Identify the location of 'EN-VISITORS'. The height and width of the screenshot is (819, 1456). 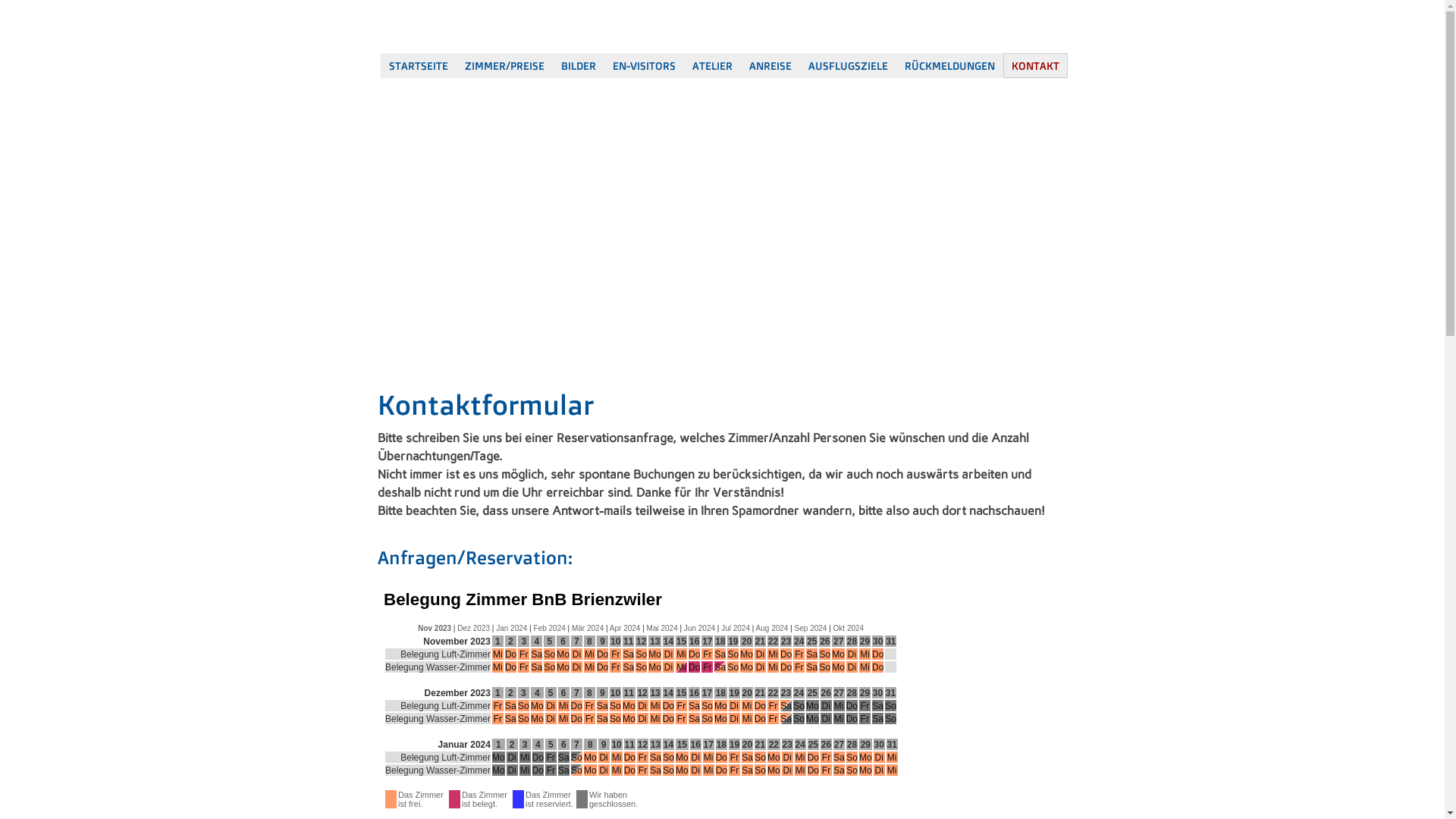
(603, 64).